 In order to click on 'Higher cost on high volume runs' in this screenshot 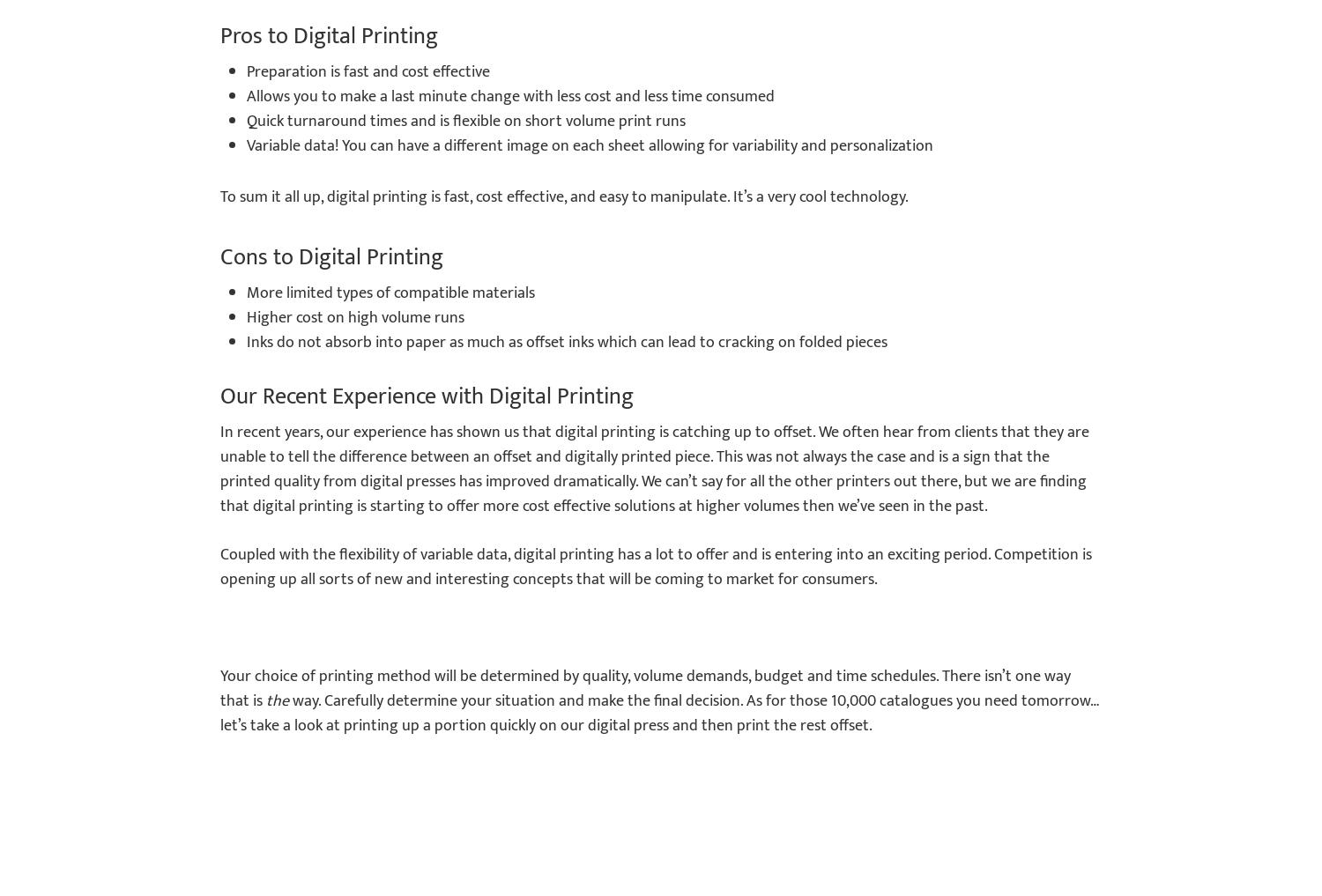, I will do `click(247, 317)`.